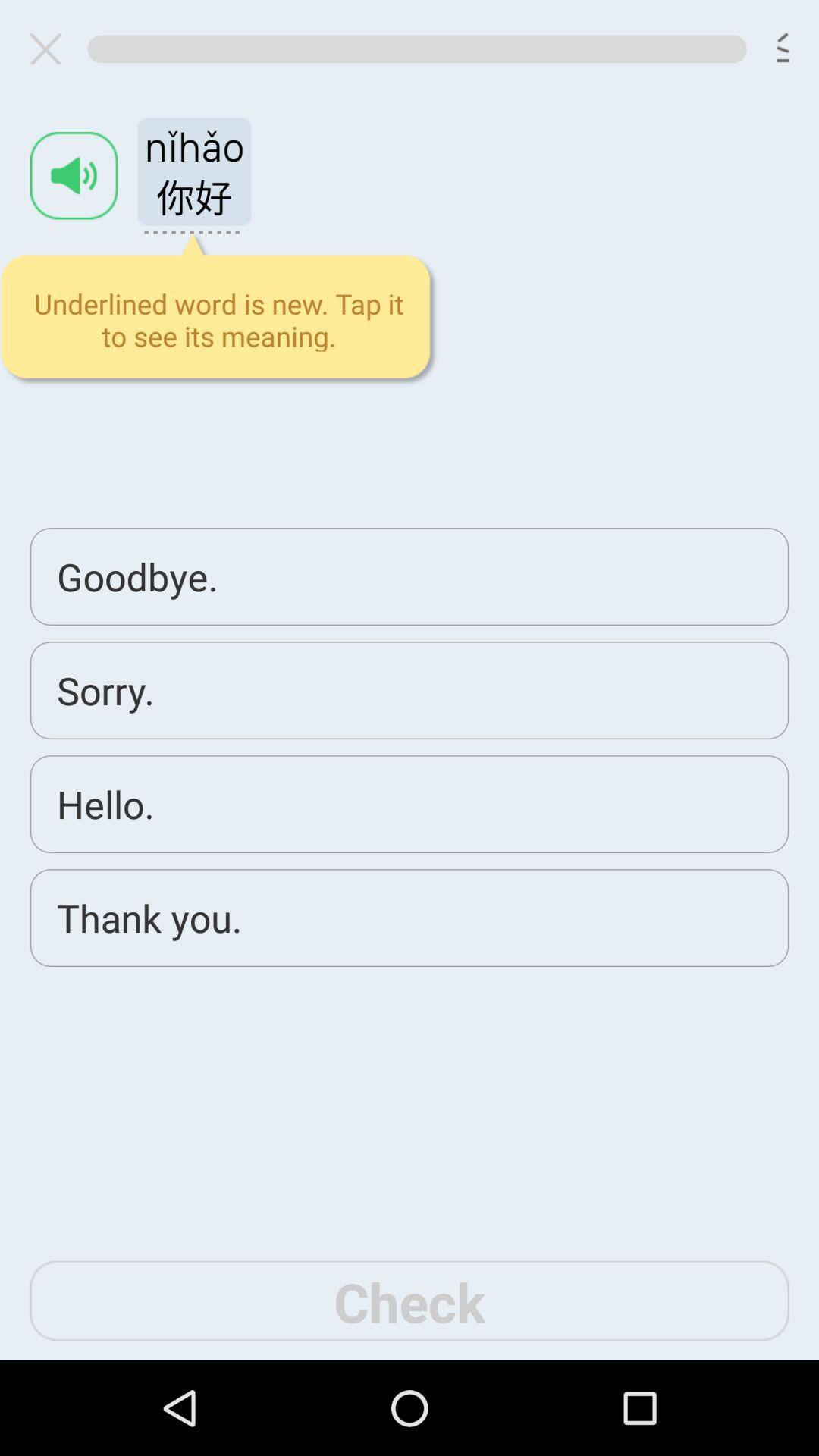  Describe the element at coordinates (409, 678) in the screenshot. I see `say hello in chinese` at that location.